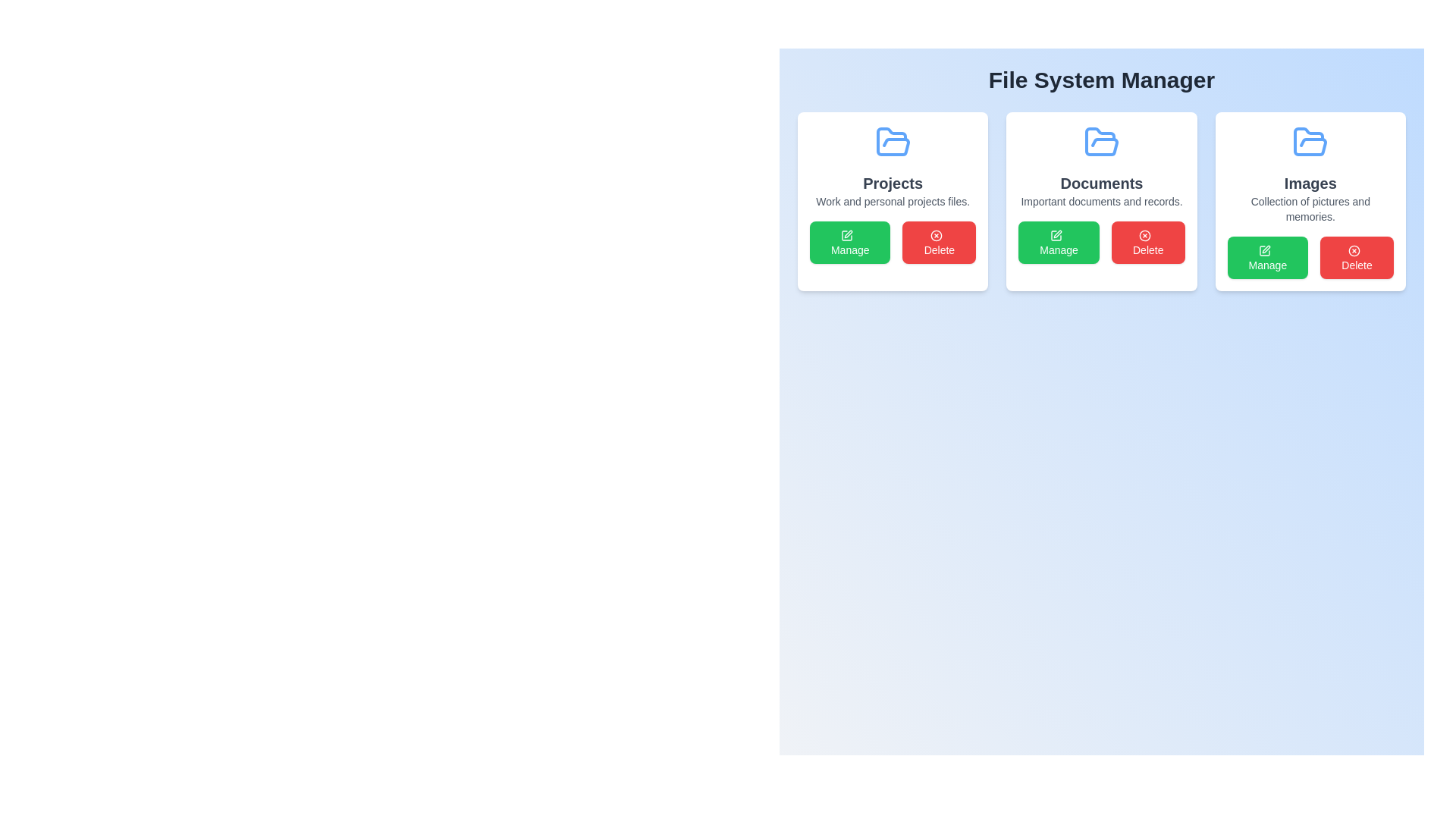 Image resolution: width=1456 pixels, height=819 pixels. Describe the element at coordinates (938, 242) in the screenshot. I see `the delete button located to the right of the green 'Manage' button in the button group below the 'Projects' card section` at that location.